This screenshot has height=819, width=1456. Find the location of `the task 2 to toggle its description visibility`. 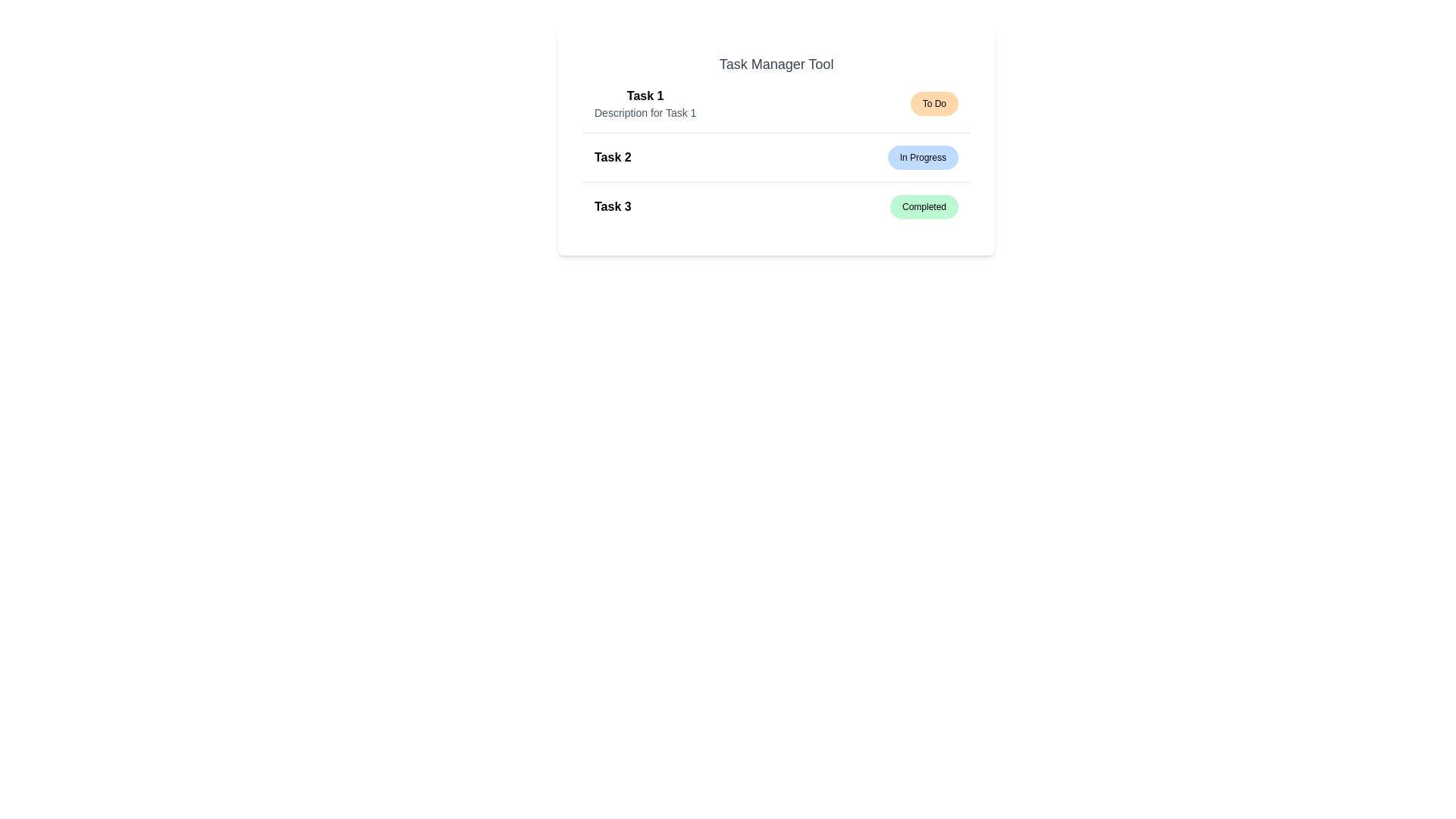

the task 2 to toggle its description visibility is located at coordinates (776, 157).